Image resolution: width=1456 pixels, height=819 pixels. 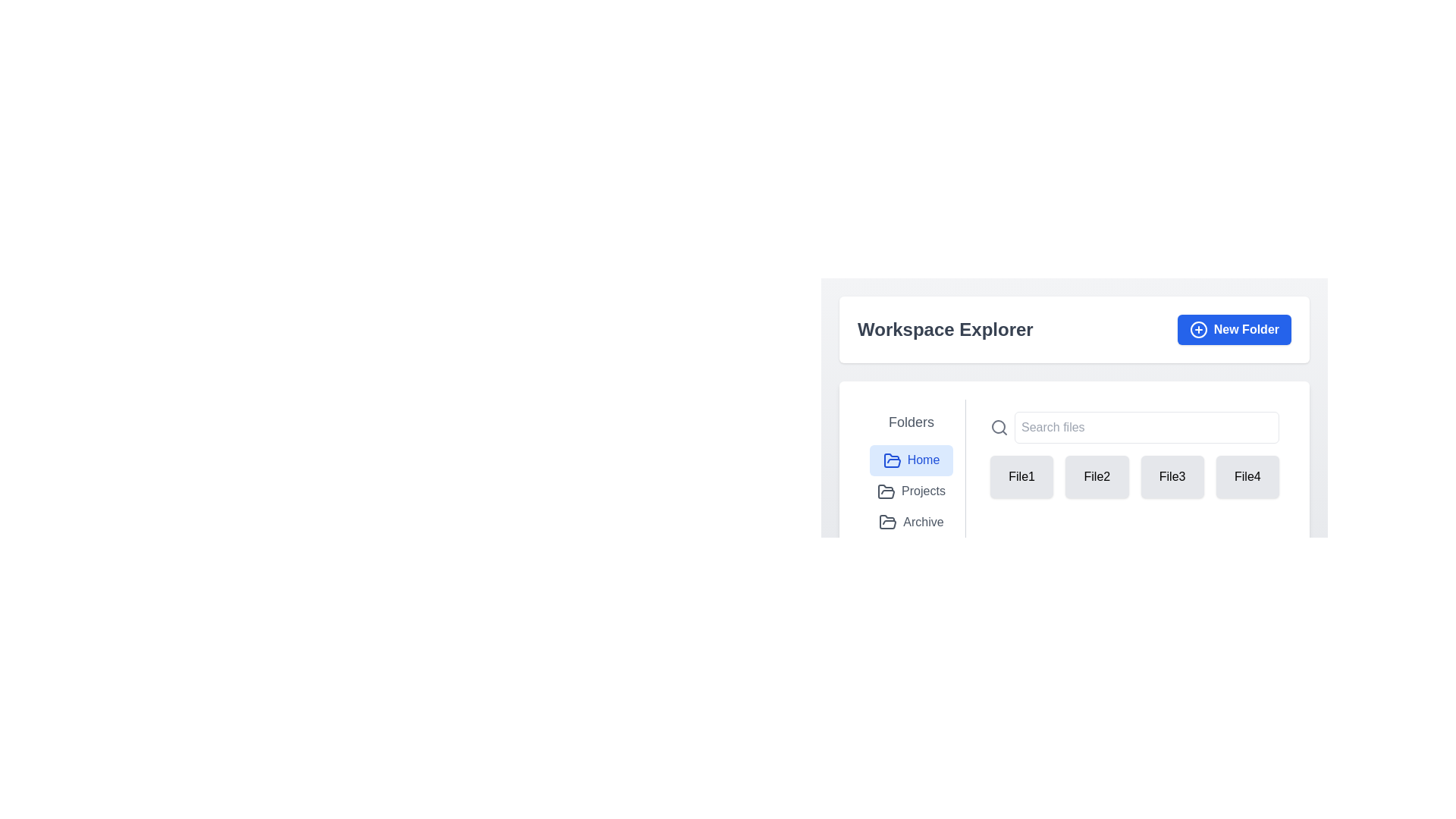 I want to click on the 'Home' button located in the top-left section of the sidebar under the 'Folders' section, so click(x=910, y=459).